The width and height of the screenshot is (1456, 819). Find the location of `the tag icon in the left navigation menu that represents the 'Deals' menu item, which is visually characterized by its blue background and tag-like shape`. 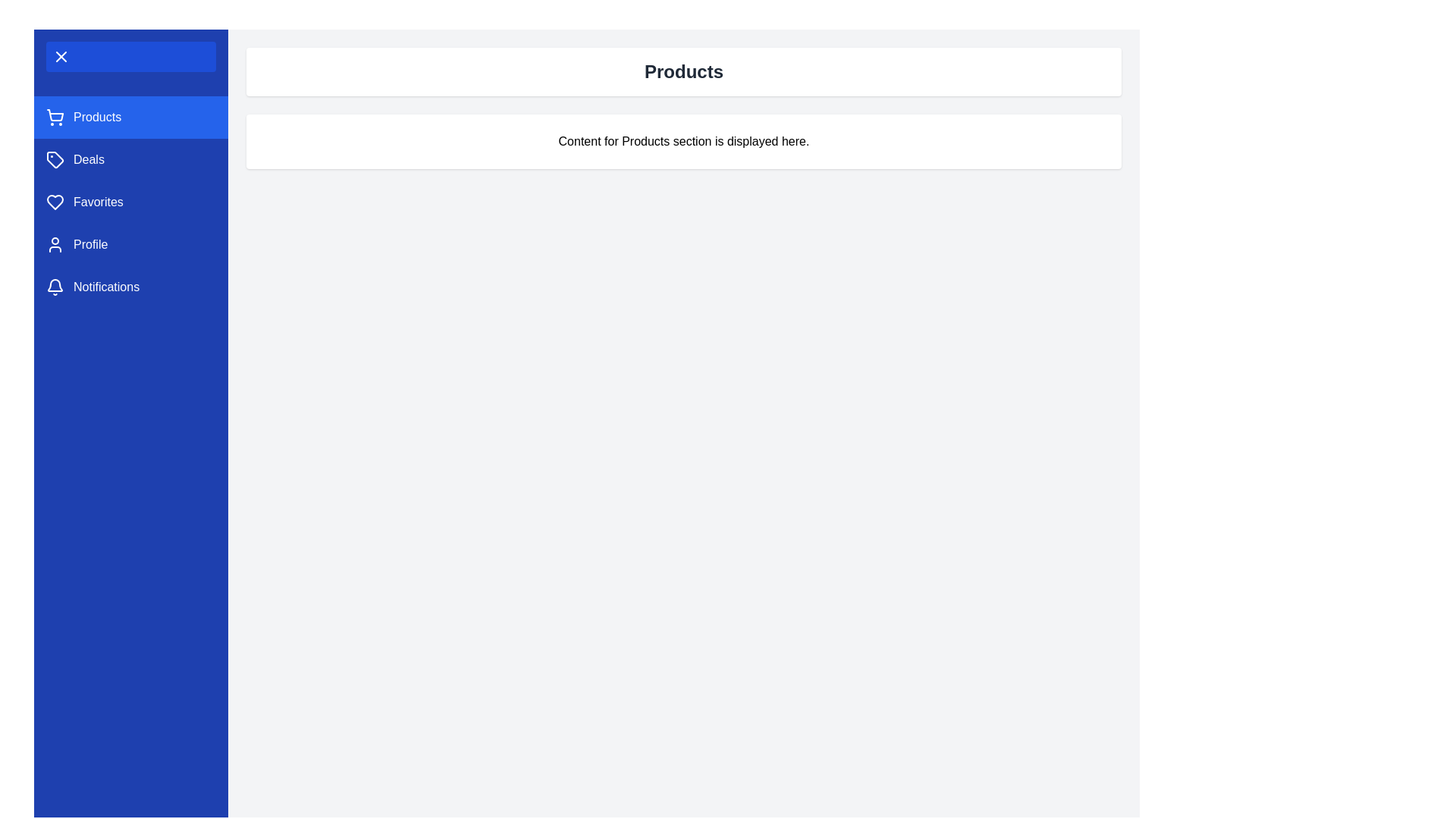

the tag icon in the left navigation menu that represents the 'Deals' menu item, which is visually characterized by its blue background and tag-like shape is located at coordinates (55, 160).